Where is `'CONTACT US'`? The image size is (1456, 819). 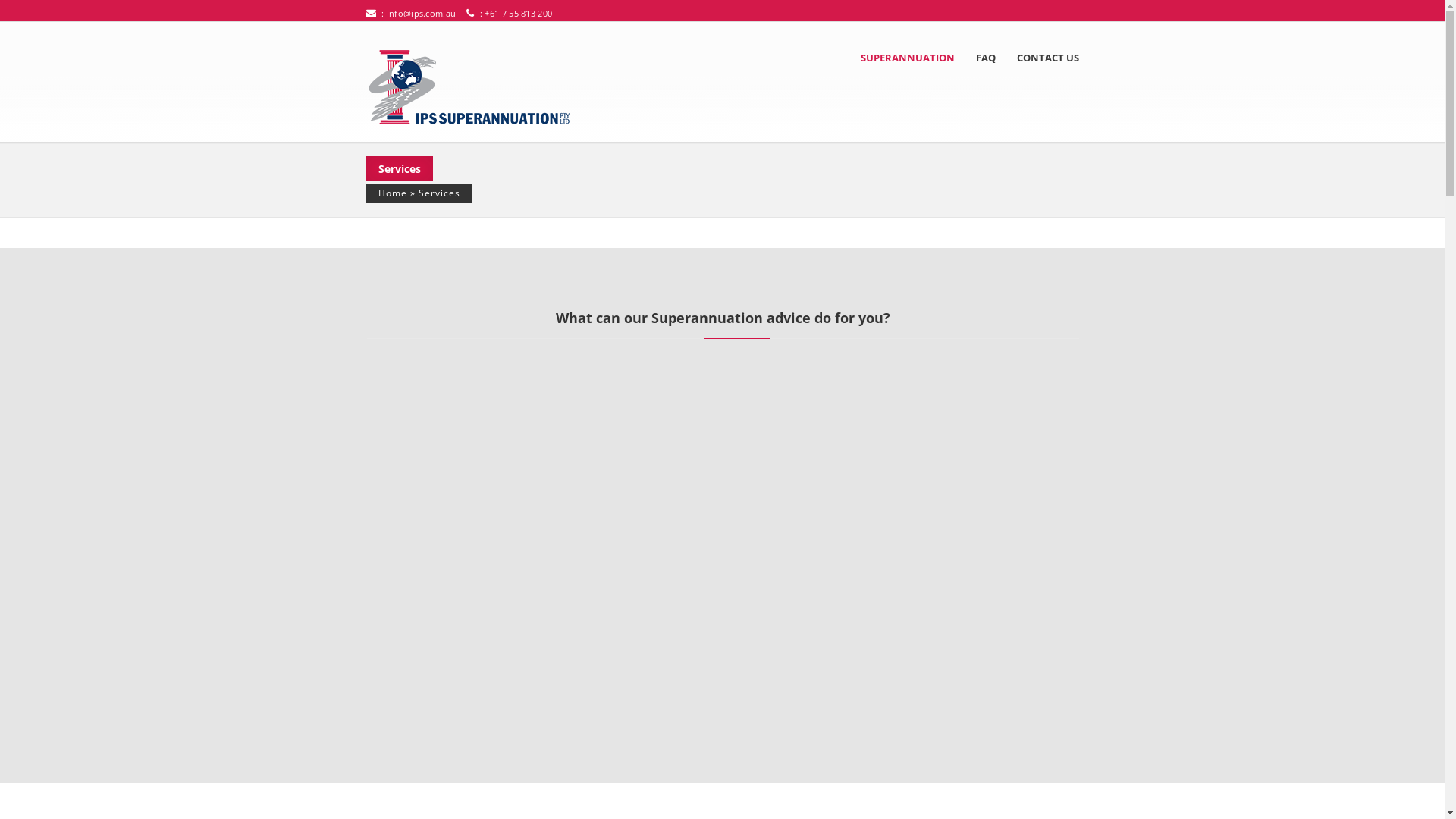
'CONTACT US' is located at coordinates (1040, 57).